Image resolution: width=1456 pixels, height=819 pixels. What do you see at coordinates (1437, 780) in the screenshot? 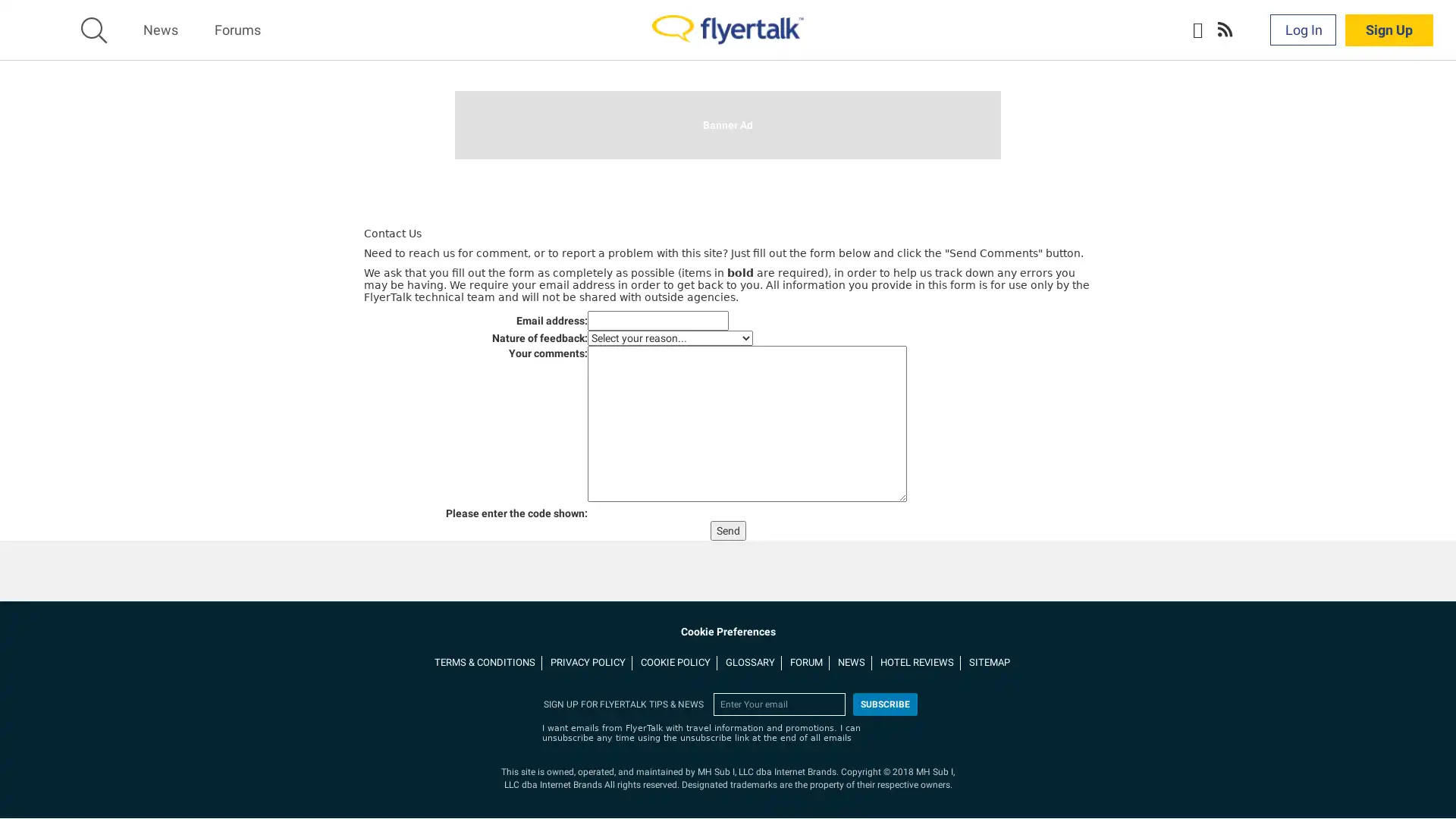
I see `Close` at bounding box center [1437, 780].